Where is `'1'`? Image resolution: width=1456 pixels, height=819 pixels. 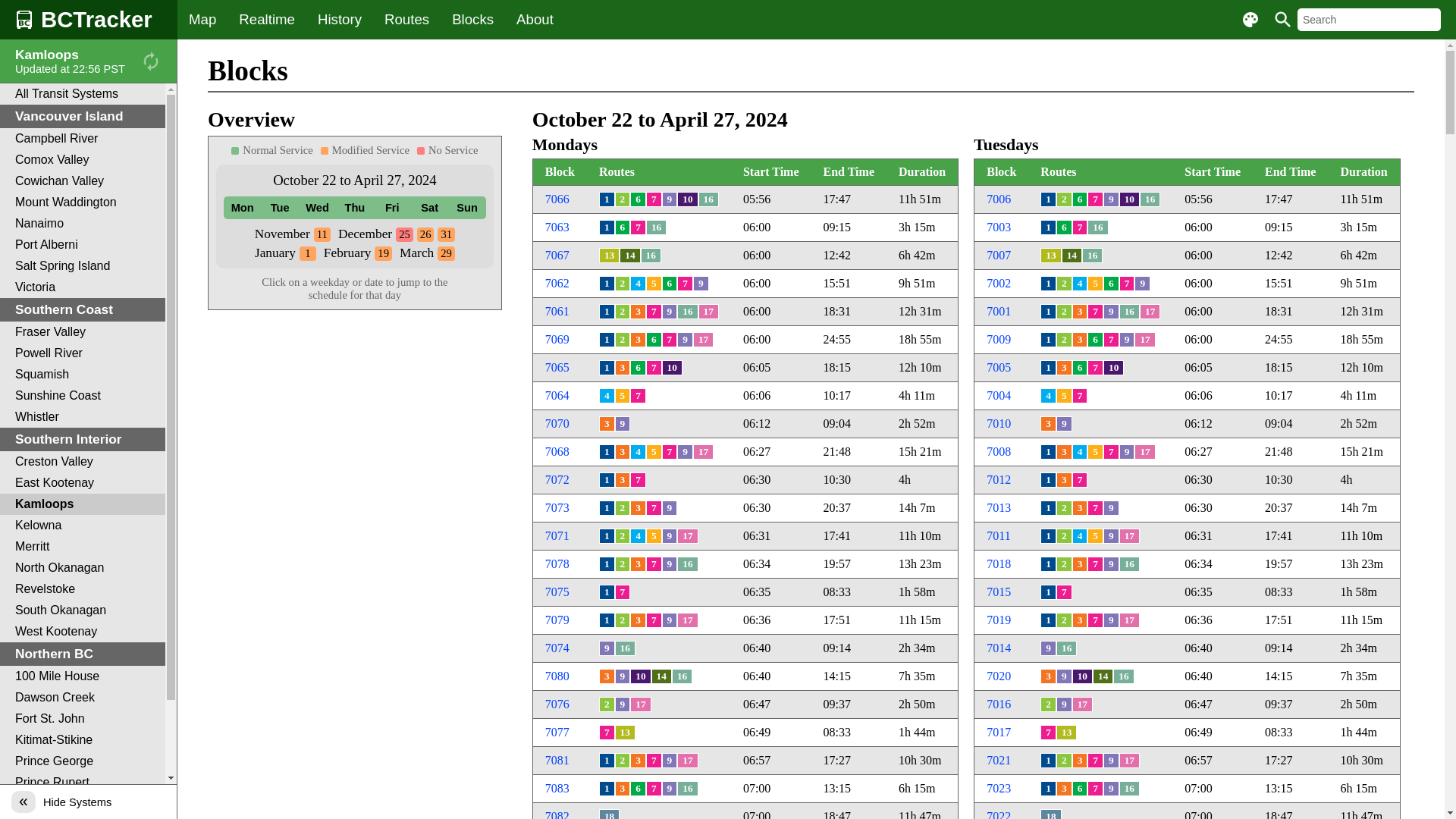
'1' is located at coordinates (1047, 535).